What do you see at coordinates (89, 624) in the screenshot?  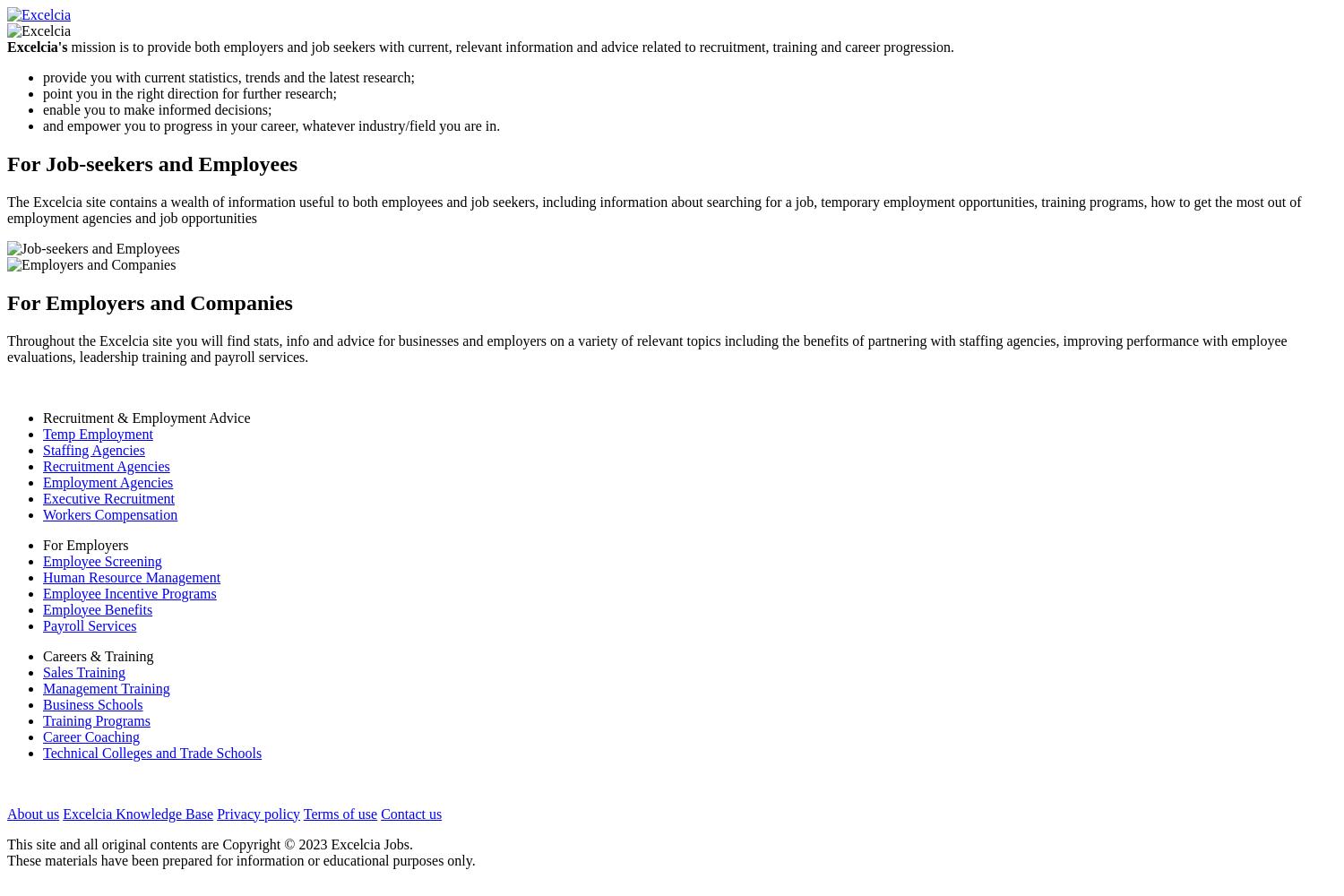 I see `'Payroll Services'` at bounding box center [89, 624].